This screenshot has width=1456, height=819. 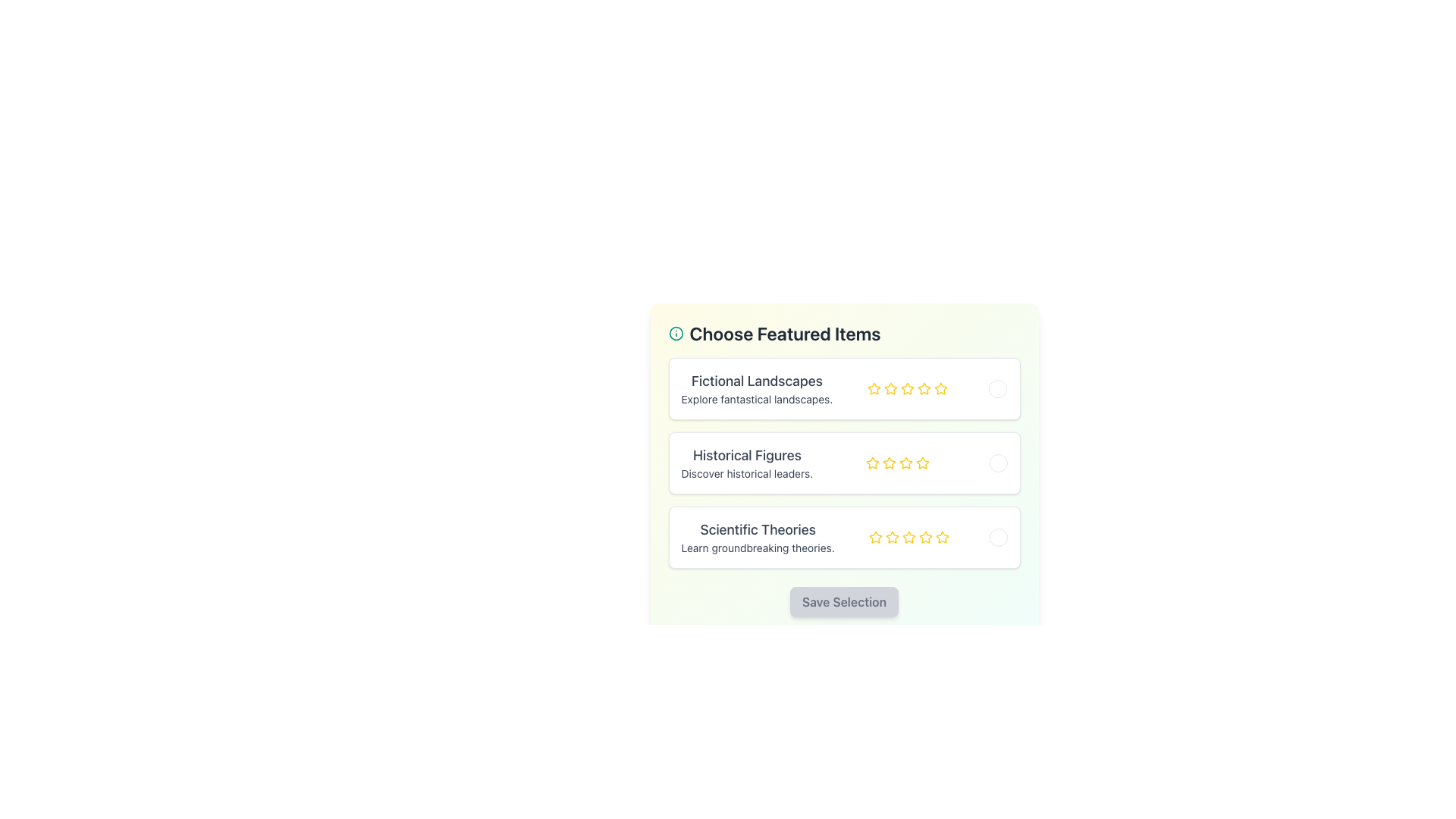 What do you see at coordinates (898, 462) in the screenshot?
I see `the yellow outlined star in the Rating stars section for 'Historical Figures'` at bounding box center [898, 462].